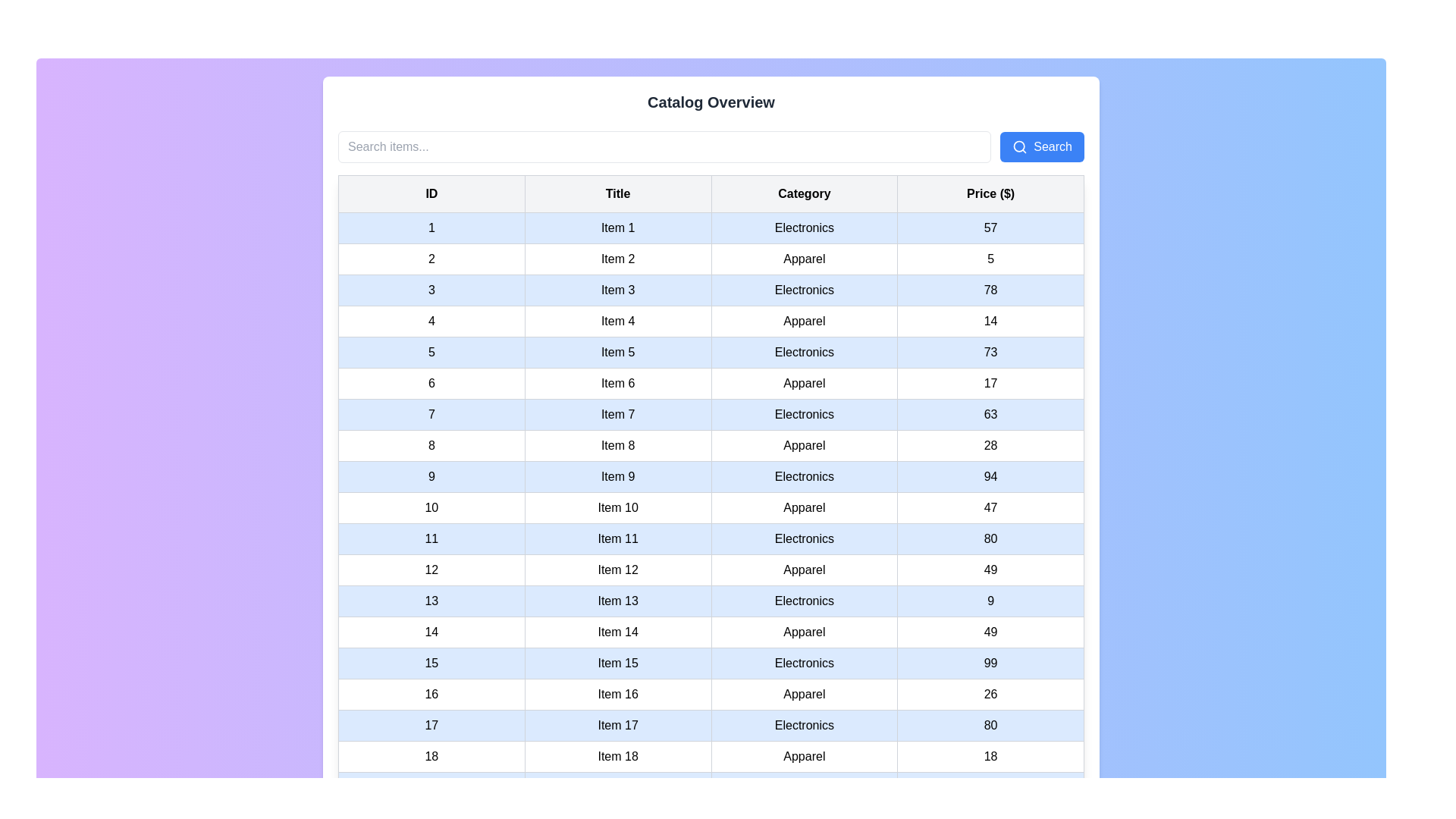 The image size is (1456, 819). What do you see at coordinates (990, 227) in the screenshot?
I see `the fourth cell in the row displaying '1, Item 1, Electronics, 57', which shows the price '57' in the 'Price ($)' column of the table` at bounding box center [990, 227].